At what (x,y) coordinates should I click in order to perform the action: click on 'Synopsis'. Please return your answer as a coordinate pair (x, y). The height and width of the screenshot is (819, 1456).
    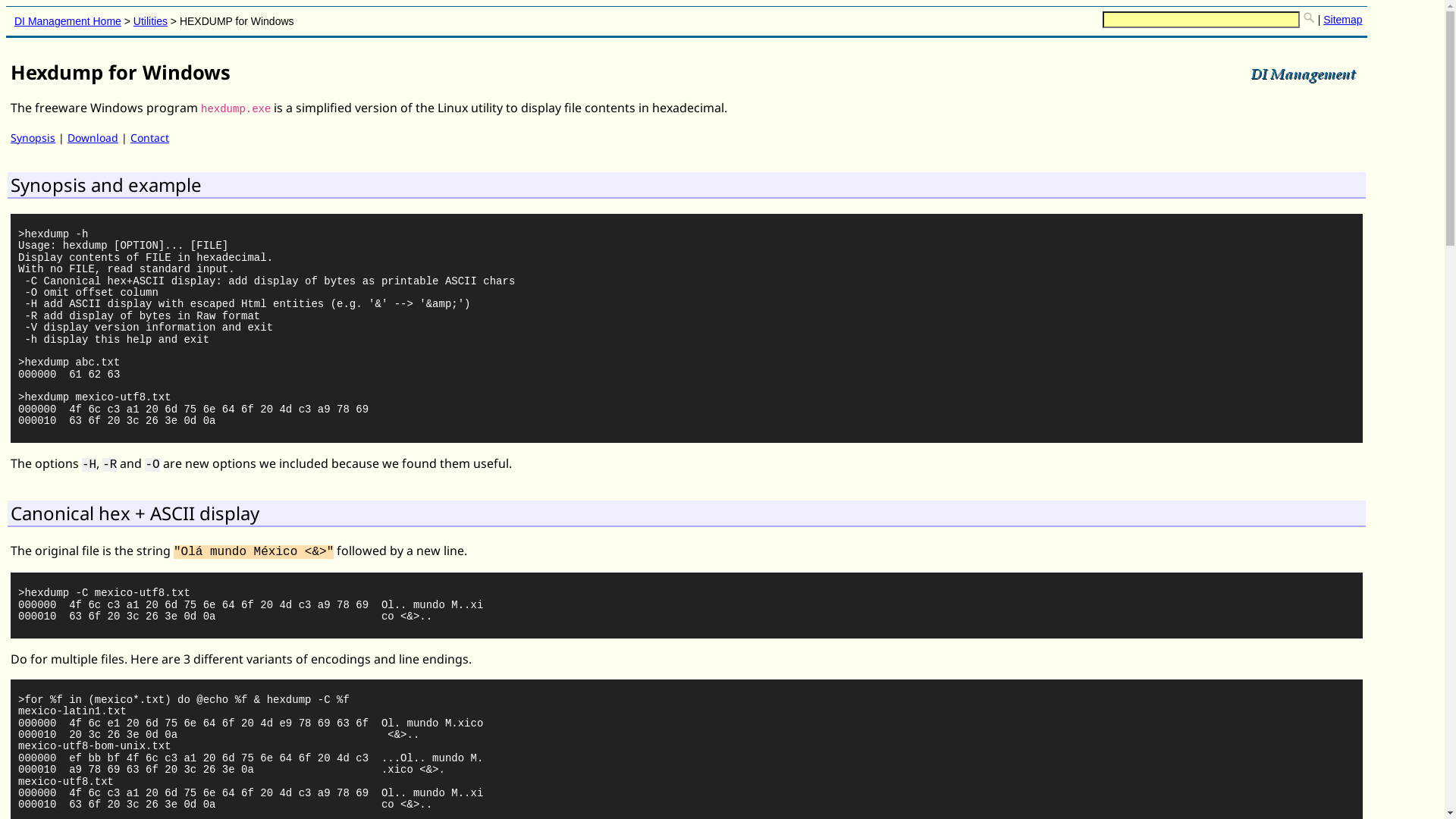
    Looking at the image, I should click on (33, 137).